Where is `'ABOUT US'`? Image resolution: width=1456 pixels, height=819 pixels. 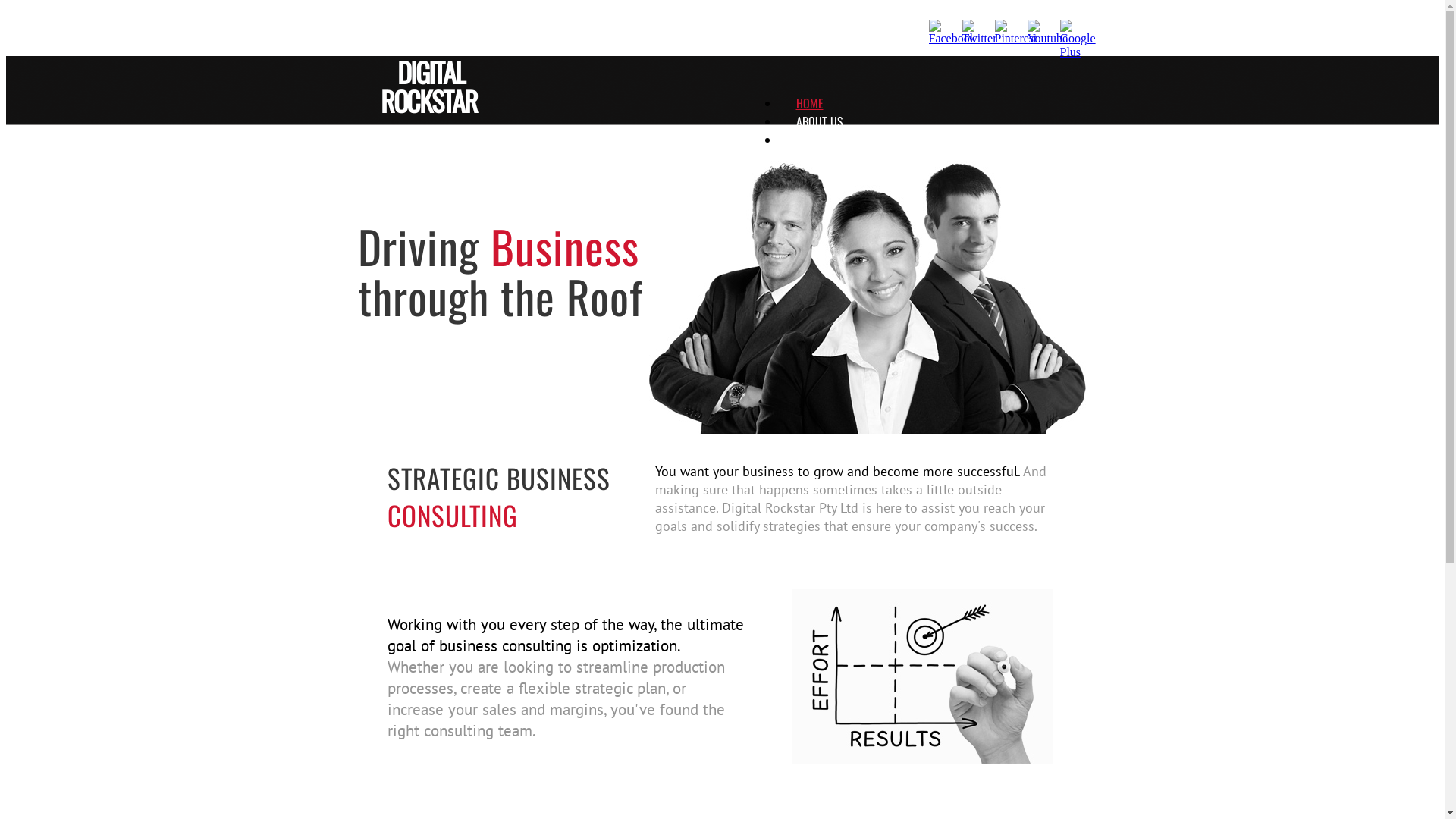
'ABOUT US' is located at coordinates (795, 120).